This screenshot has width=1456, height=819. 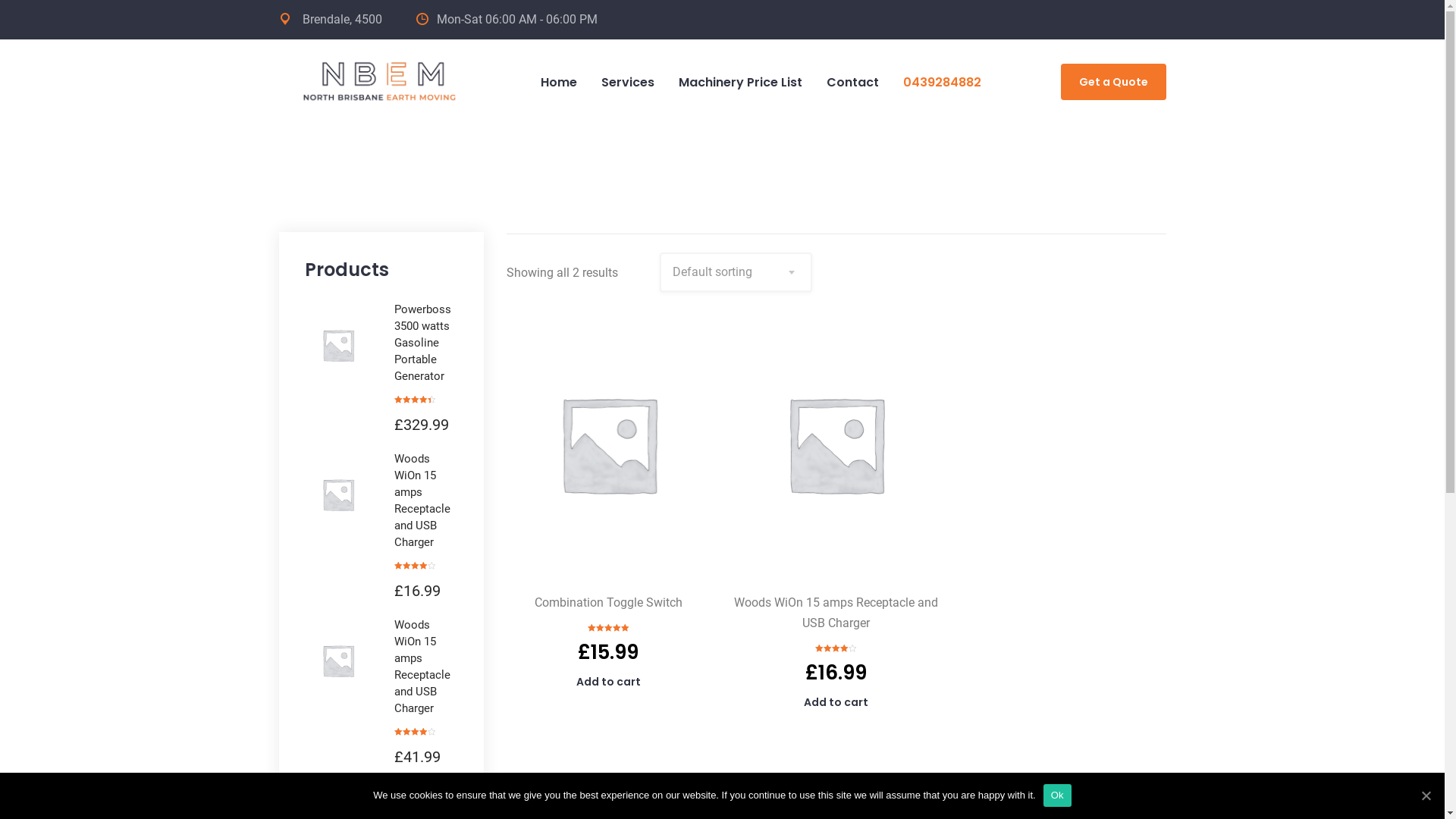 What do you see at coordinates (852, 82) in the screenshot?
I see `'Contact'` at bounding box center [852, 82].